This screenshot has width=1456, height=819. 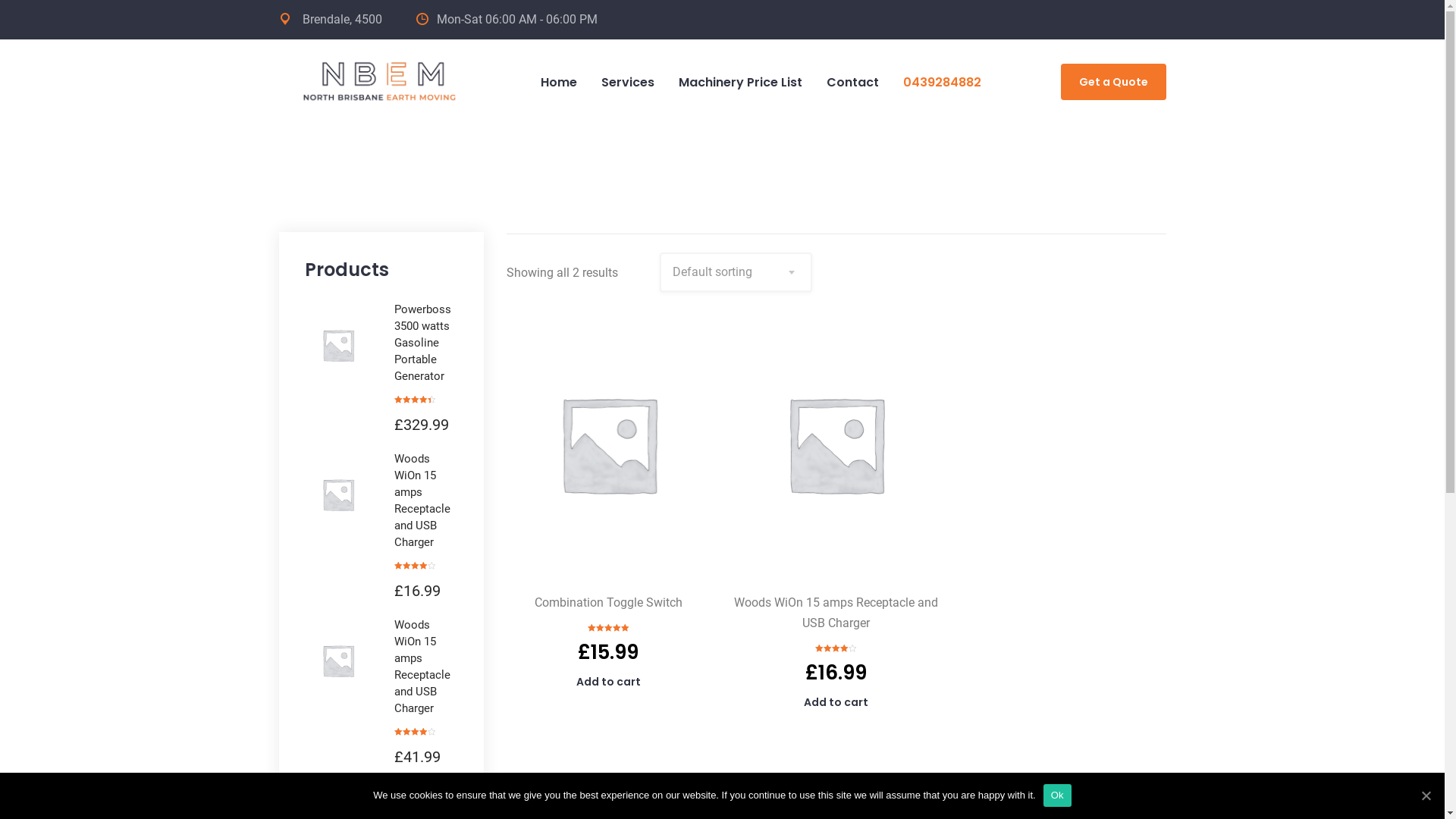 What do you see at coordinates (852, 82) in the screenshot?
I see `'Contact'` at bounding box center [852, 82].